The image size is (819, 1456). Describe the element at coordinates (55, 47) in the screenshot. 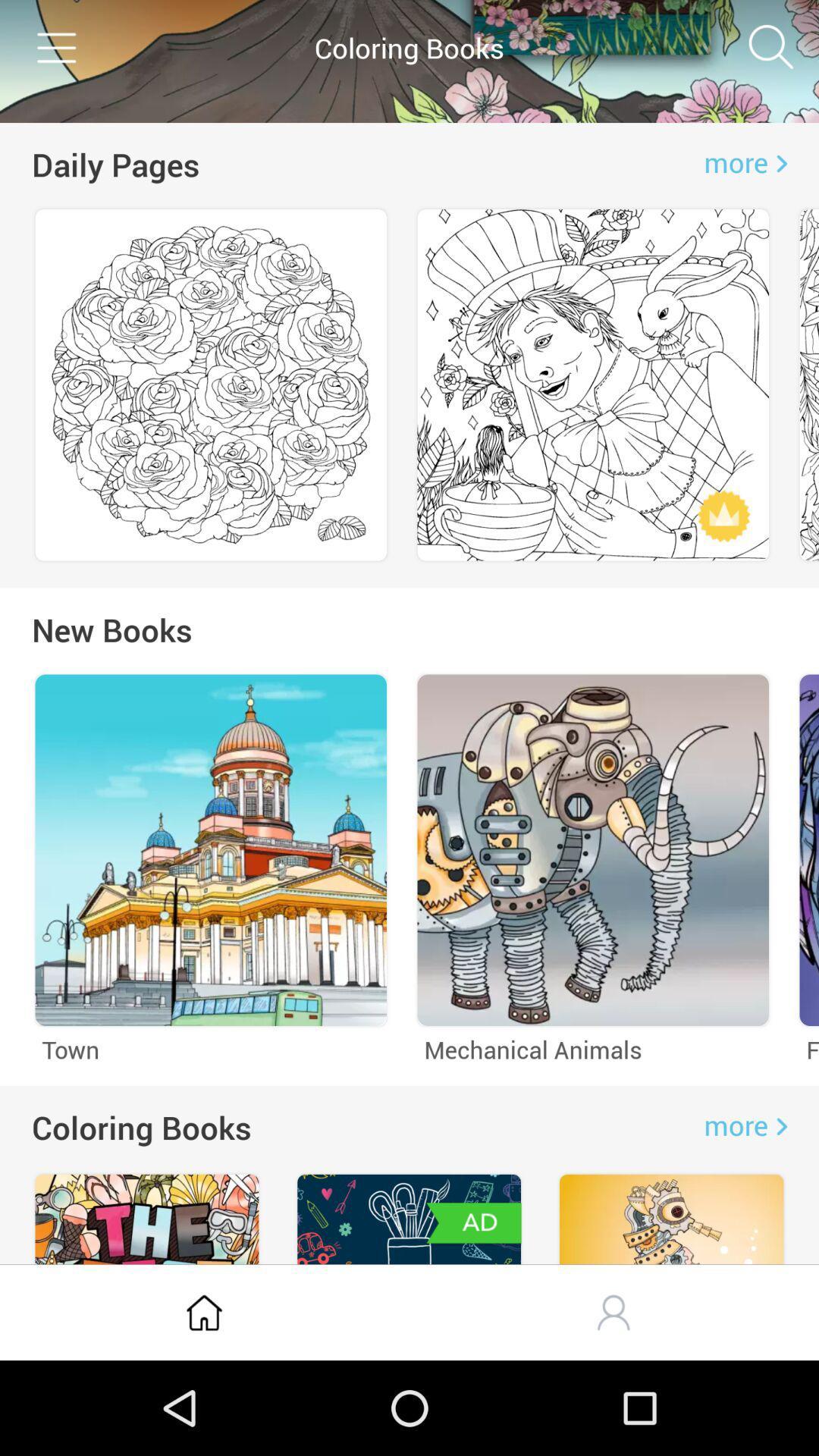

I see `item above daily pages item` at that location.